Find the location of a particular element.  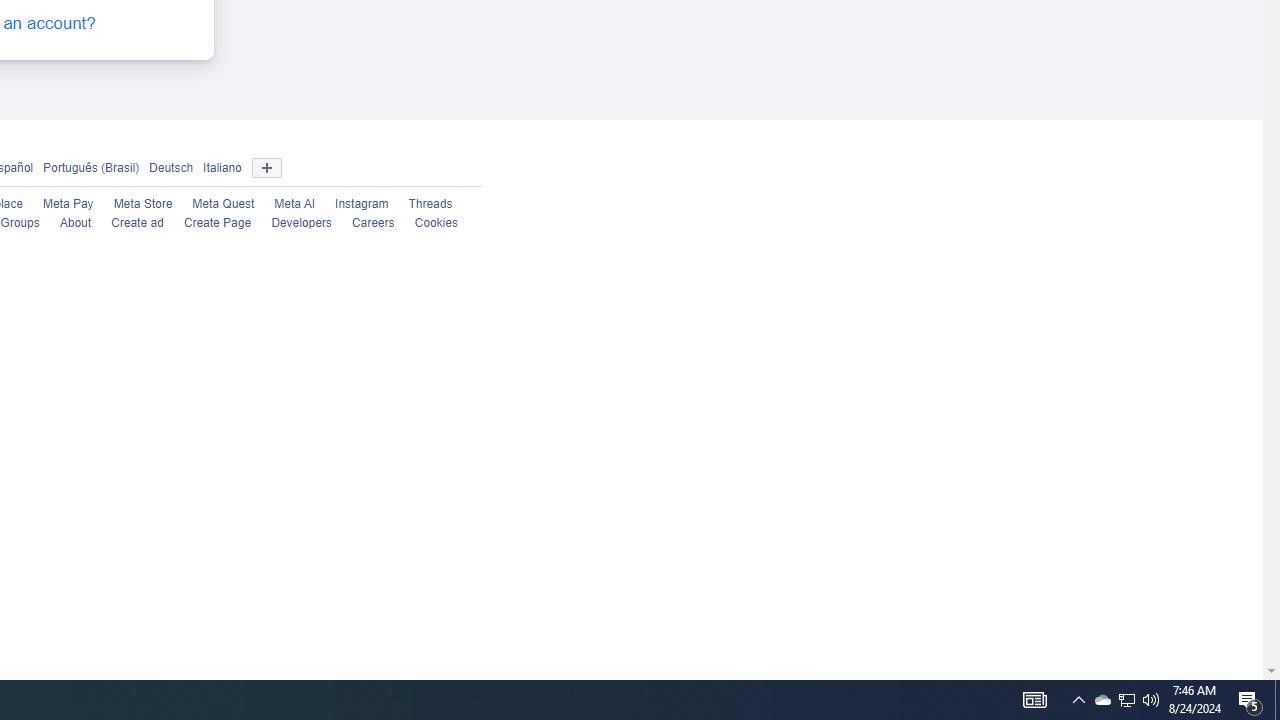

'Groups' is located at coordinates (19, 223).